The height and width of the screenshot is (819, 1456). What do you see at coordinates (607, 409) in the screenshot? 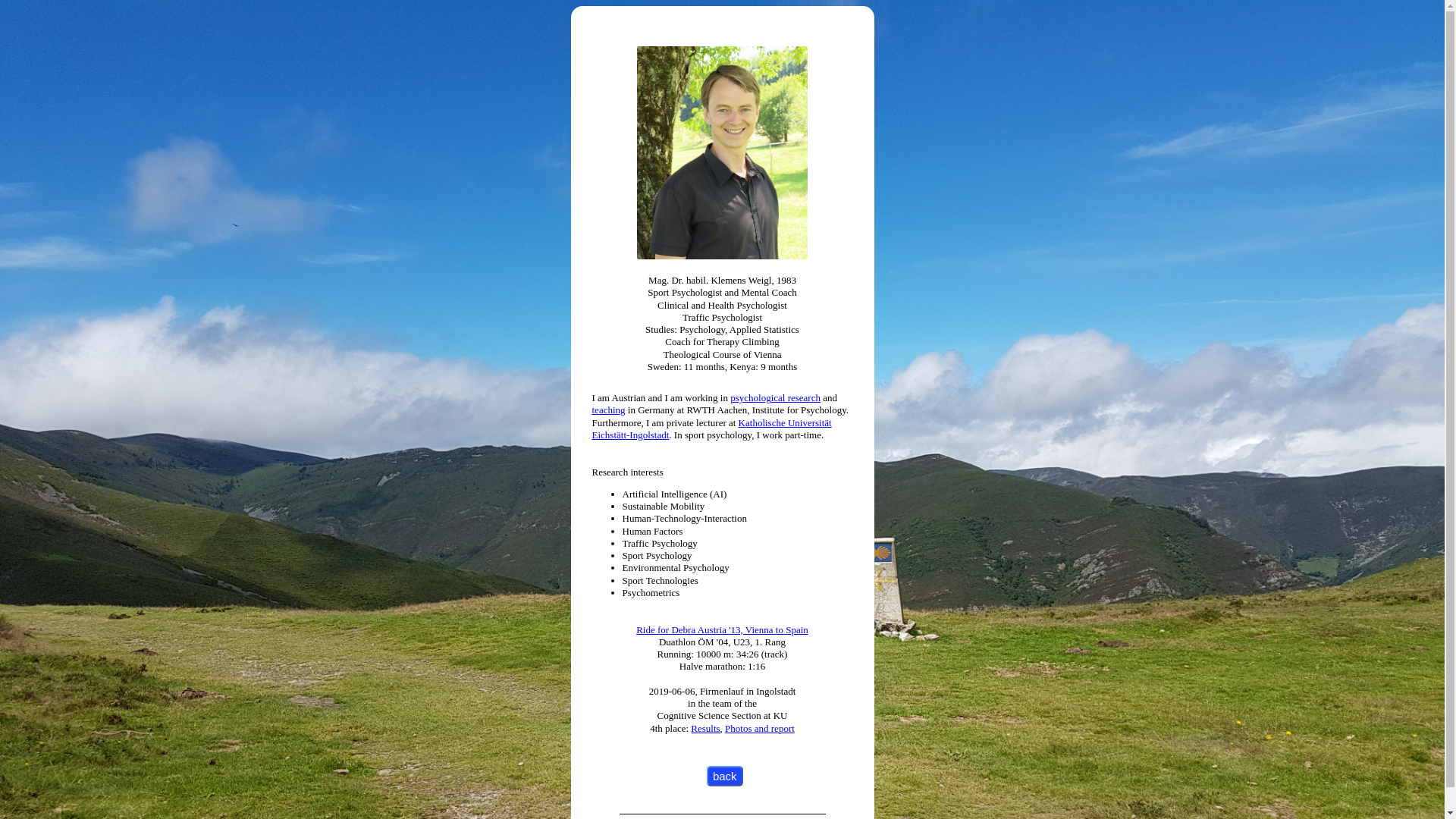
I see `'teaching'` at bounding box center [607, 409].